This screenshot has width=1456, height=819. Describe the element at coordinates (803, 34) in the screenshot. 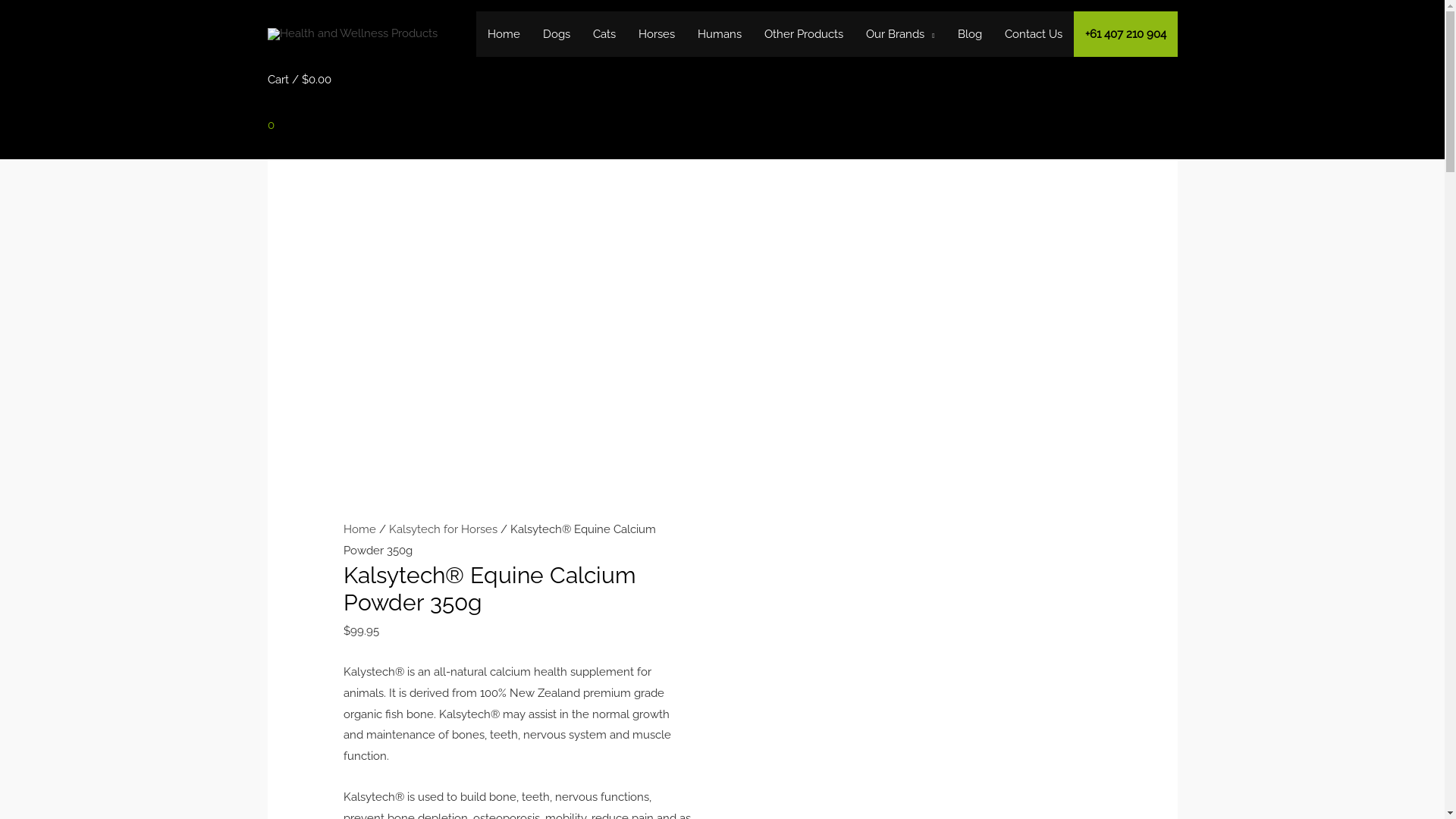

I see `'Other Products'` at that location.